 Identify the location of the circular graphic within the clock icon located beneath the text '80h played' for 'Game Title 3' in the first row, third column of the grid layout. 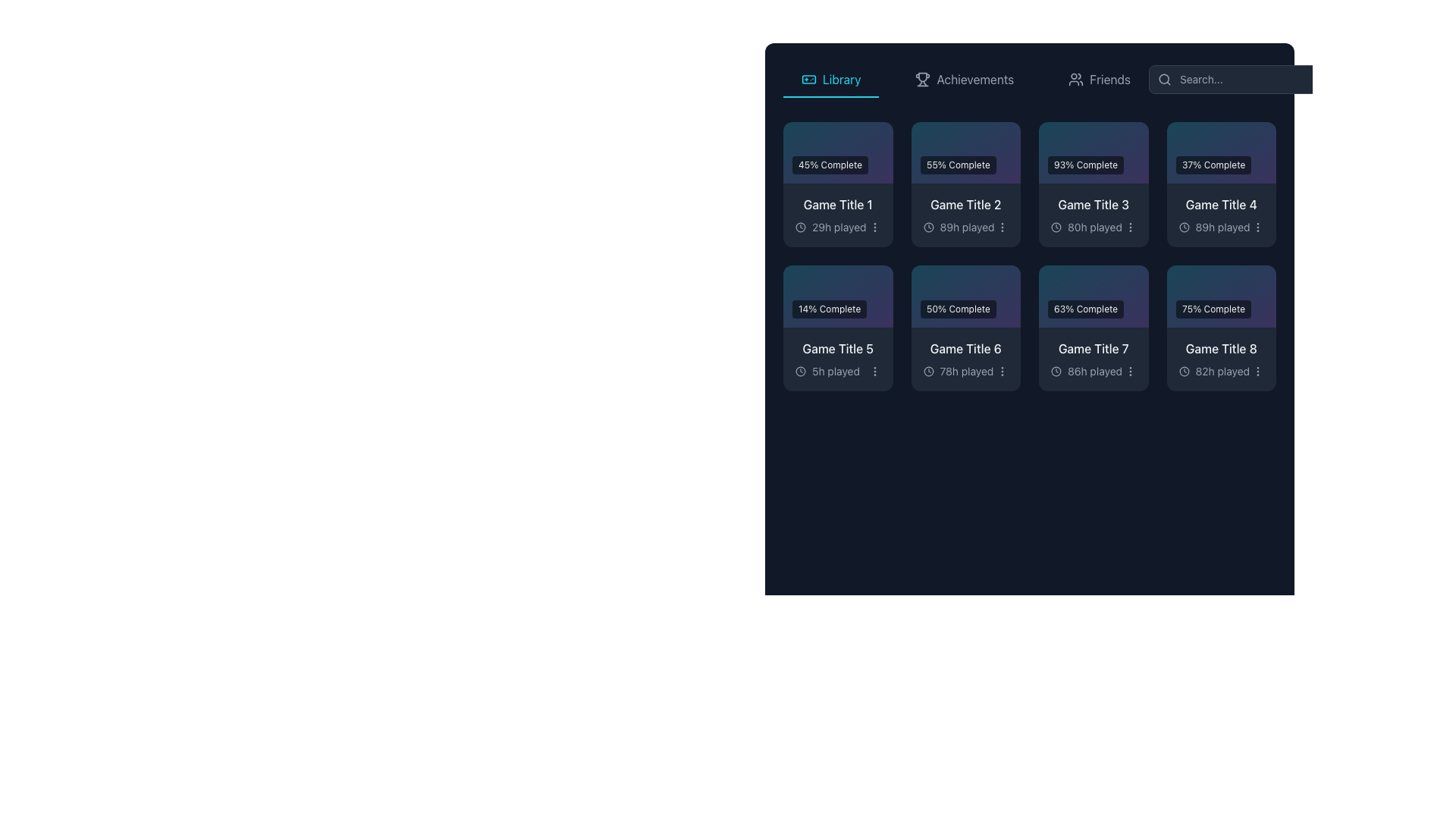
(1055, 227).